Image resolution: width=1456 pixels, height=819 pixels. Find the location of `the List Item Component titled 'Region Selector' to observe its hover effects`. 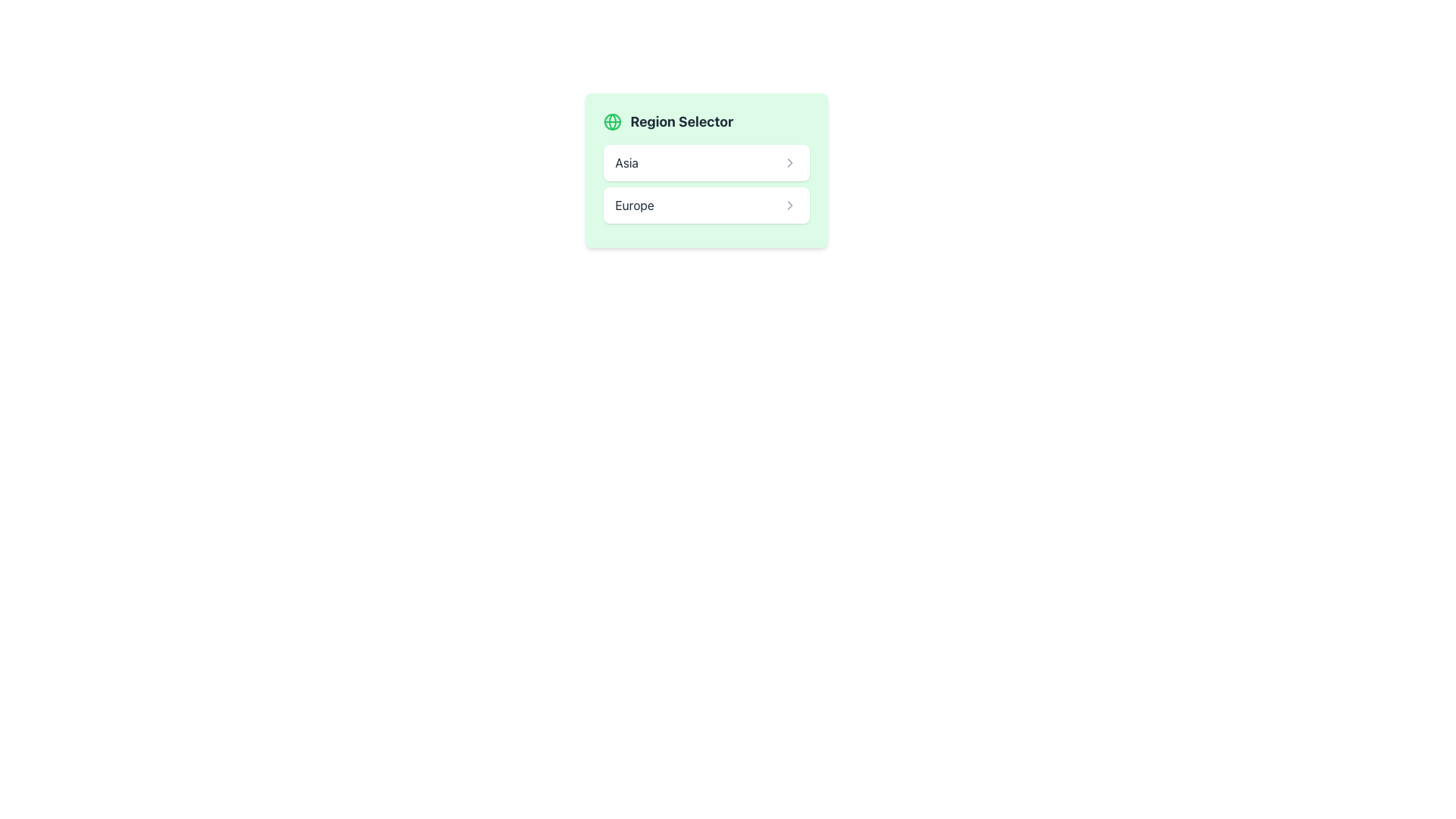

the List Item Component titled 'Region Selector' to observe its hover effects is located at coordinates (705, 184).